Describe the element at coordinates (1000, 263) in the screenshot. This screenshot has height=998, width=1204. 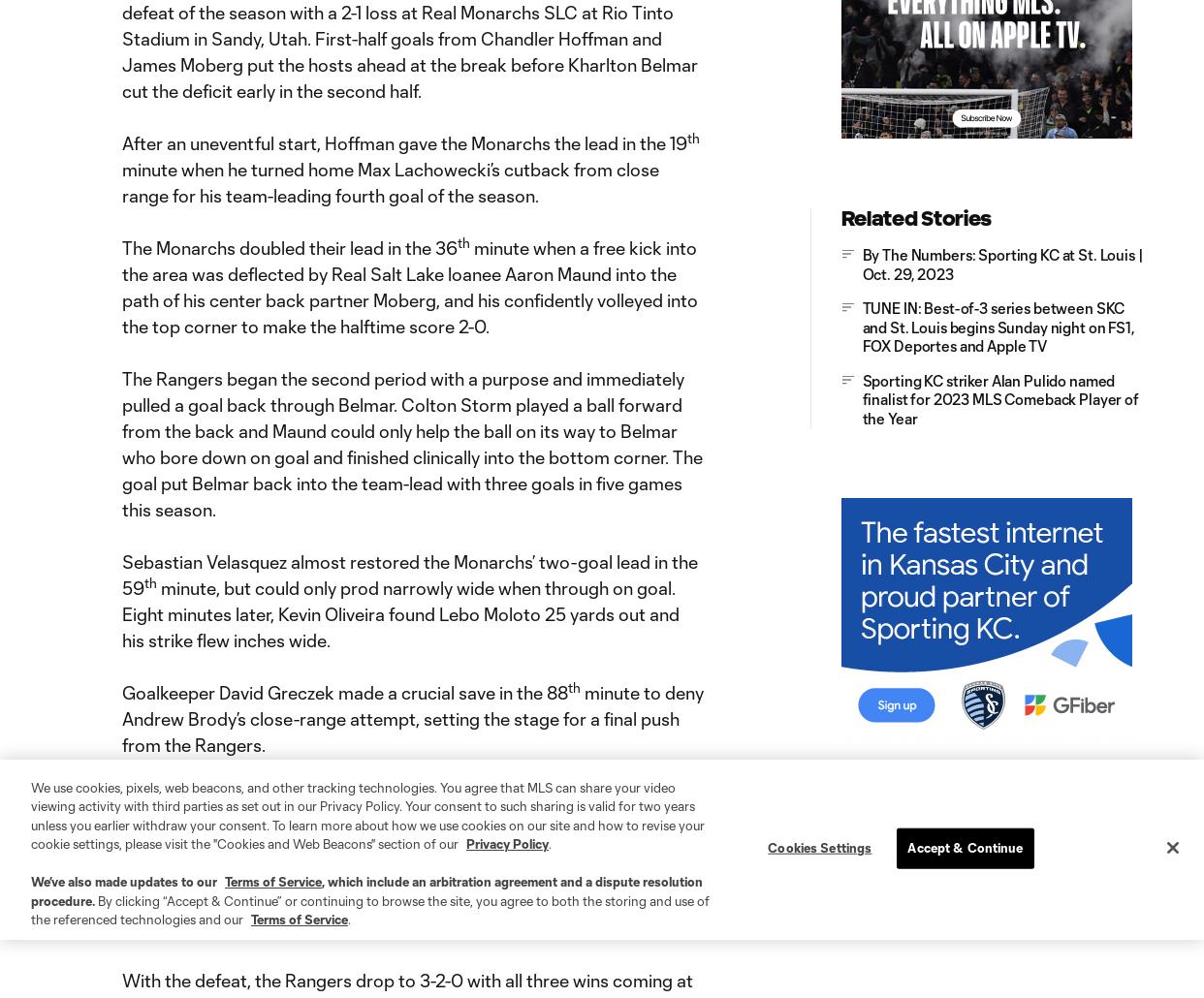
I see `'By The Numbers: Sporting KC at St. Louis | Oct. 29, 2023'` at that location.